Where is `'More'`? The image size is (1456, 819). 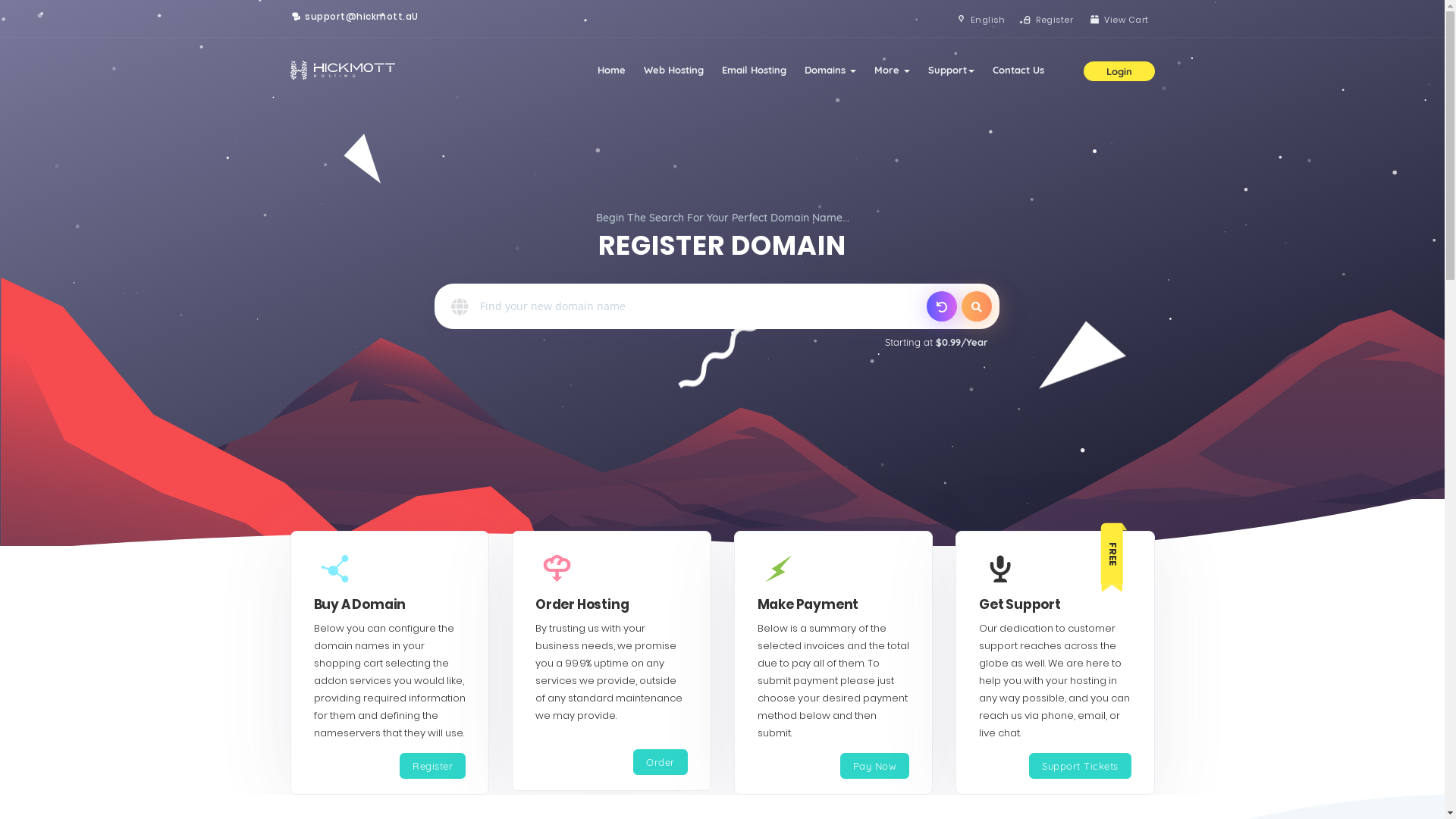
'More' is located at coordinates (891, 70).